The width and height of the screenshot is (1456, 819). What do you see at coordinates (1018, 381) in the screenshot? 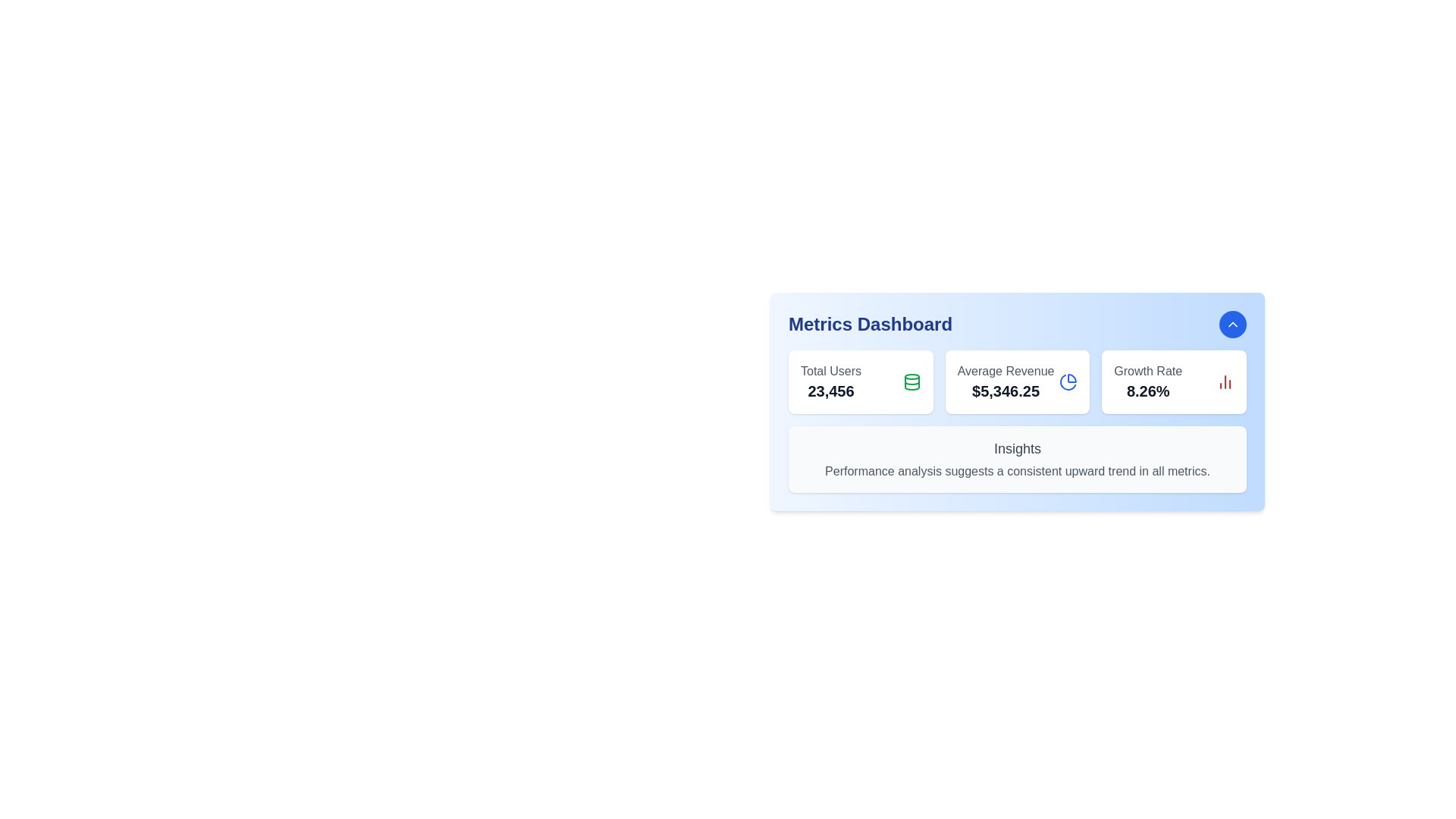
I see `the Informational Card displaying 'Average Revenue' with the value '$5,346.25', located in the Metrics Dashboard` at bounding box center [1018, 381].